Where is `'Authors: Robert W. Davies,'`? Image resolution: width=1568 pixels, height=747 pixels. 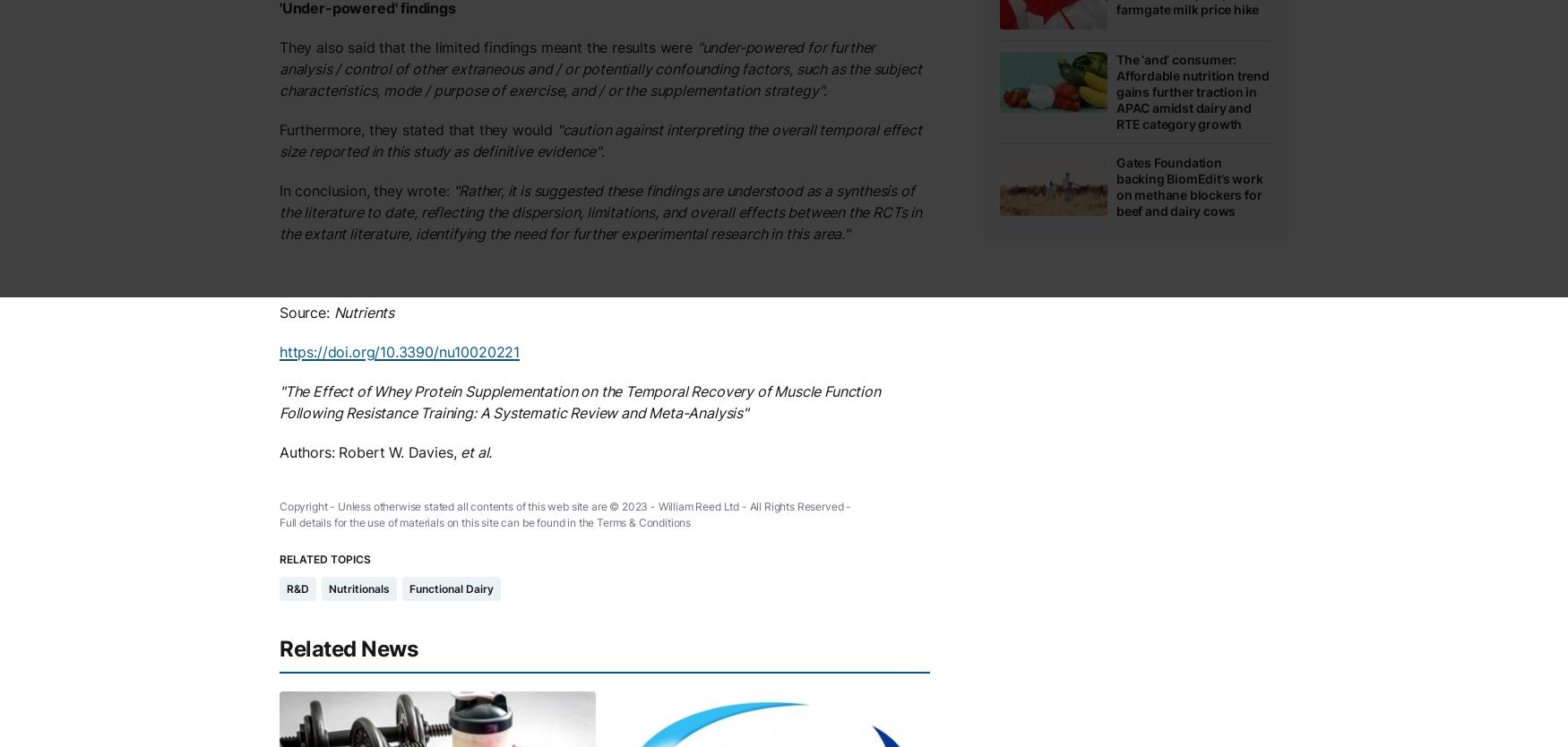
'Authors: Robert W. Davies,' is located at coordinates (369, 451).